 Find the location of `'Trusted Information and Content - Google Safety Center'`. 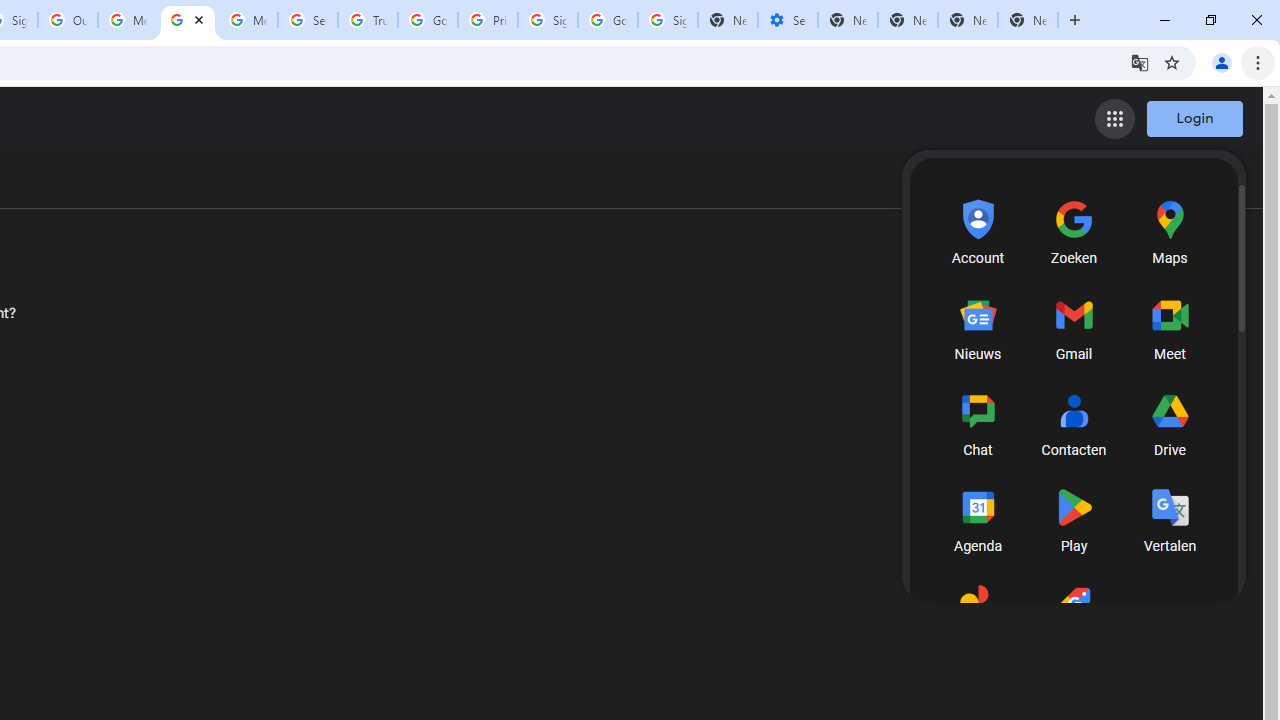

'Trusted Information and Content - Google Safety Center' is located at coordinates (368, 20).